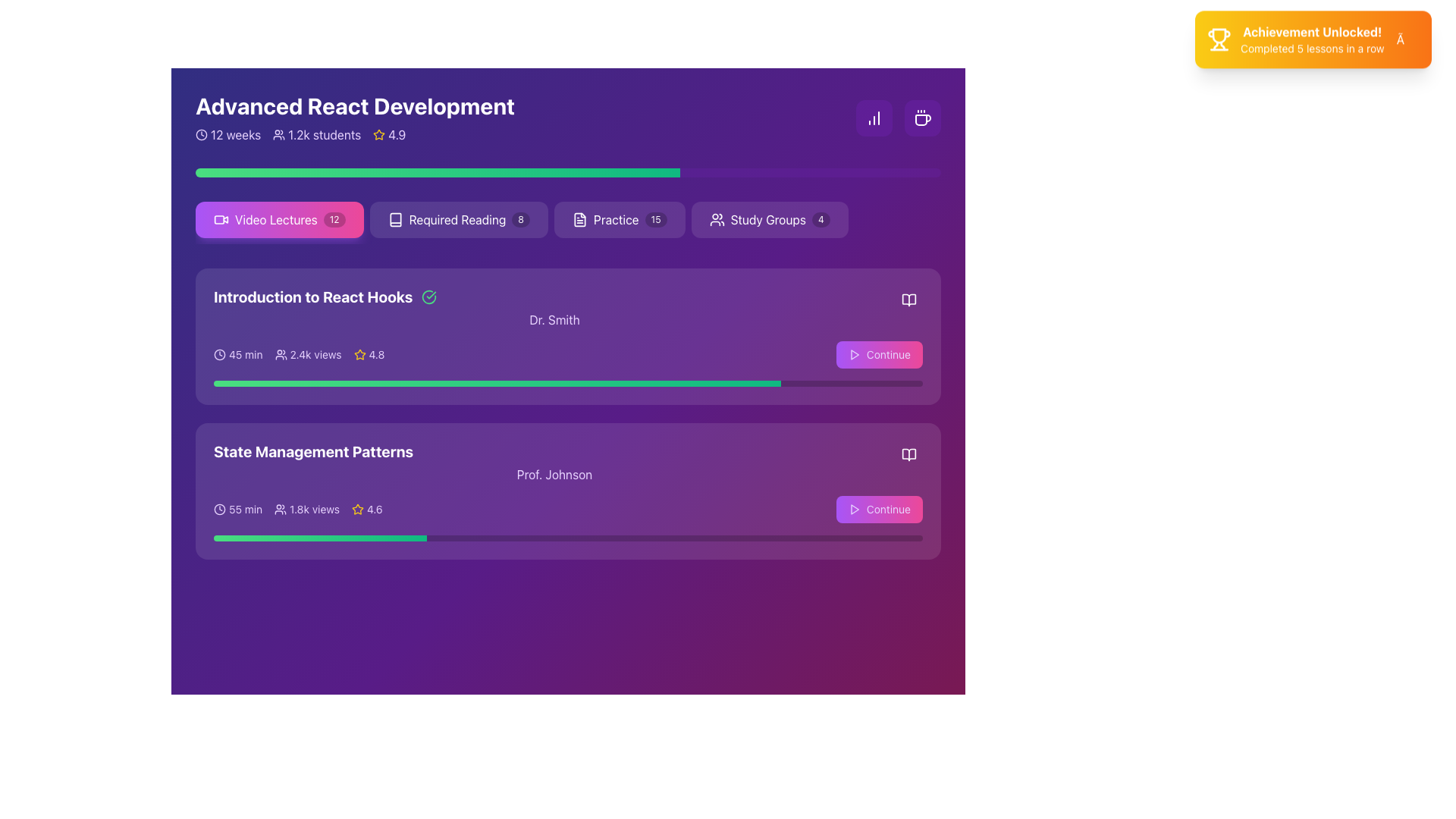 Image resolution: width=1456 pixels, height=819 pixels. What do you see at coordinates (1311, 54) in the screenshot?
I see `the text label that indicates the user has completed 5 consecutive lessons, located within the notification card in the top-right corner below the 'Achievement Unlocked!' header` at bounding box center [1311, 54].